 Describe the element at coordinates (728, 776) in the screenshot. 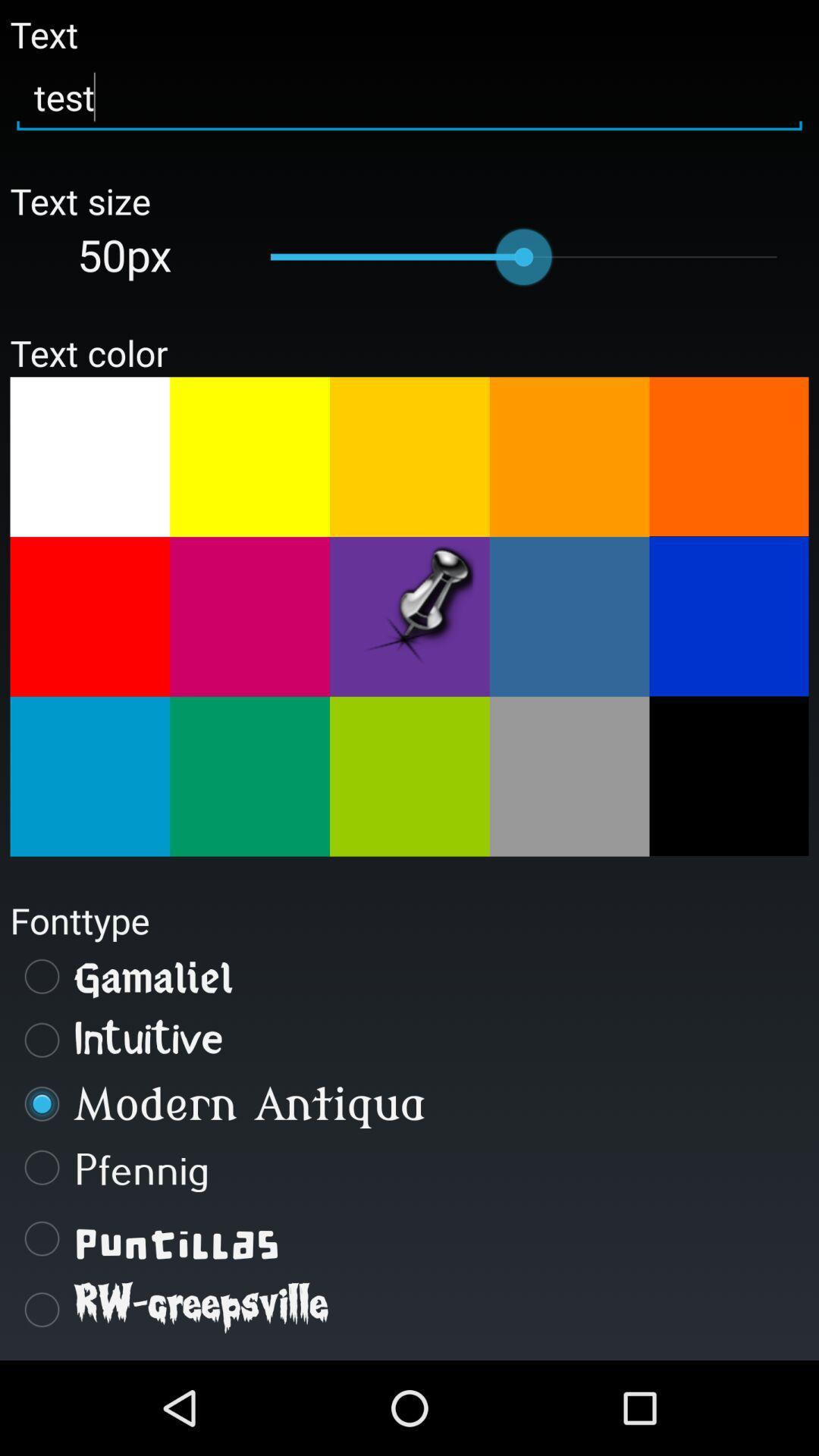

I see `the colour black` at that location.